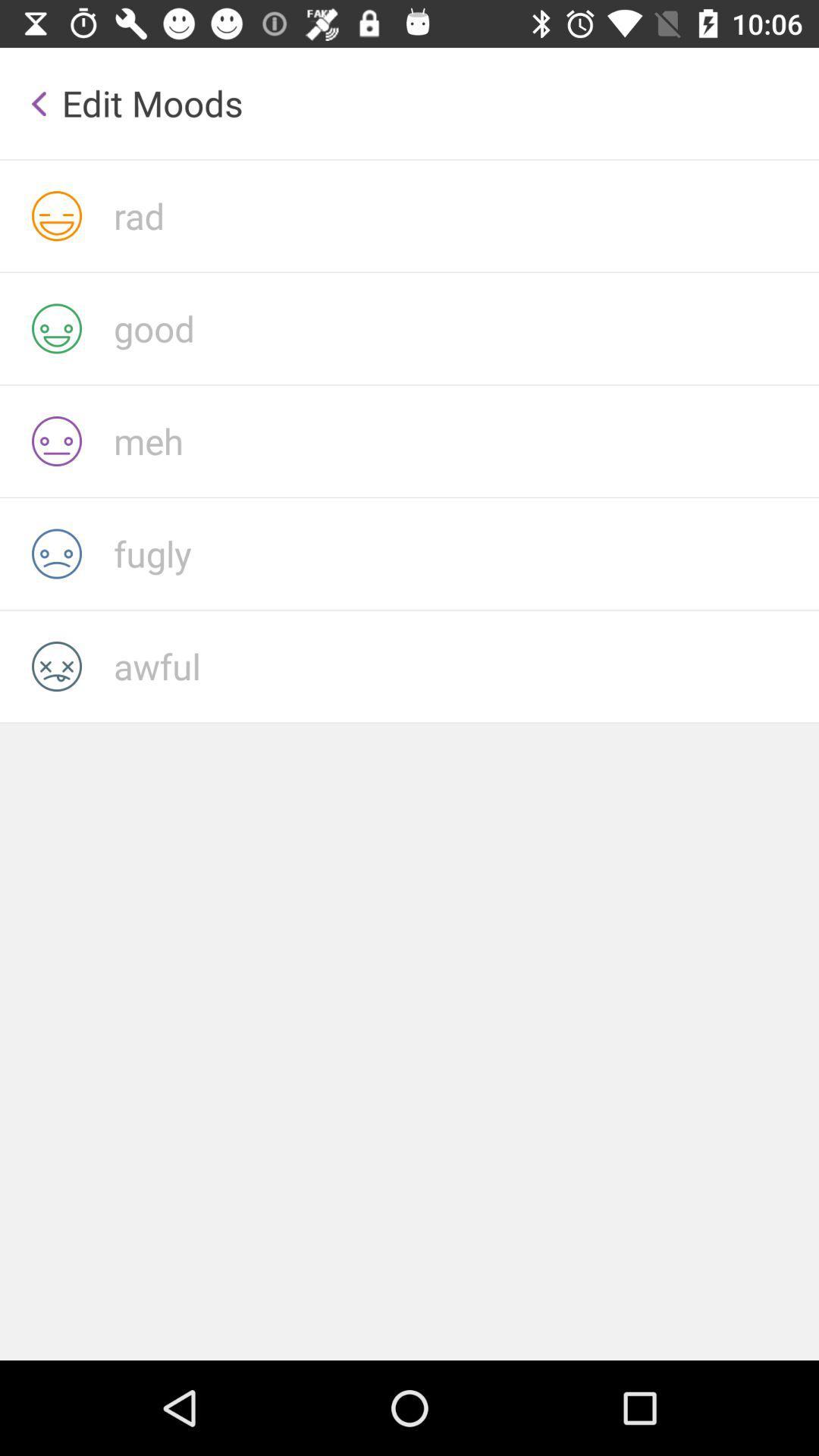 The image size is (819, 1456). What do you see at coordinates (465, 553) in the screenshot?
I see `fugly mood among moods` at bounding box center [465, 553].